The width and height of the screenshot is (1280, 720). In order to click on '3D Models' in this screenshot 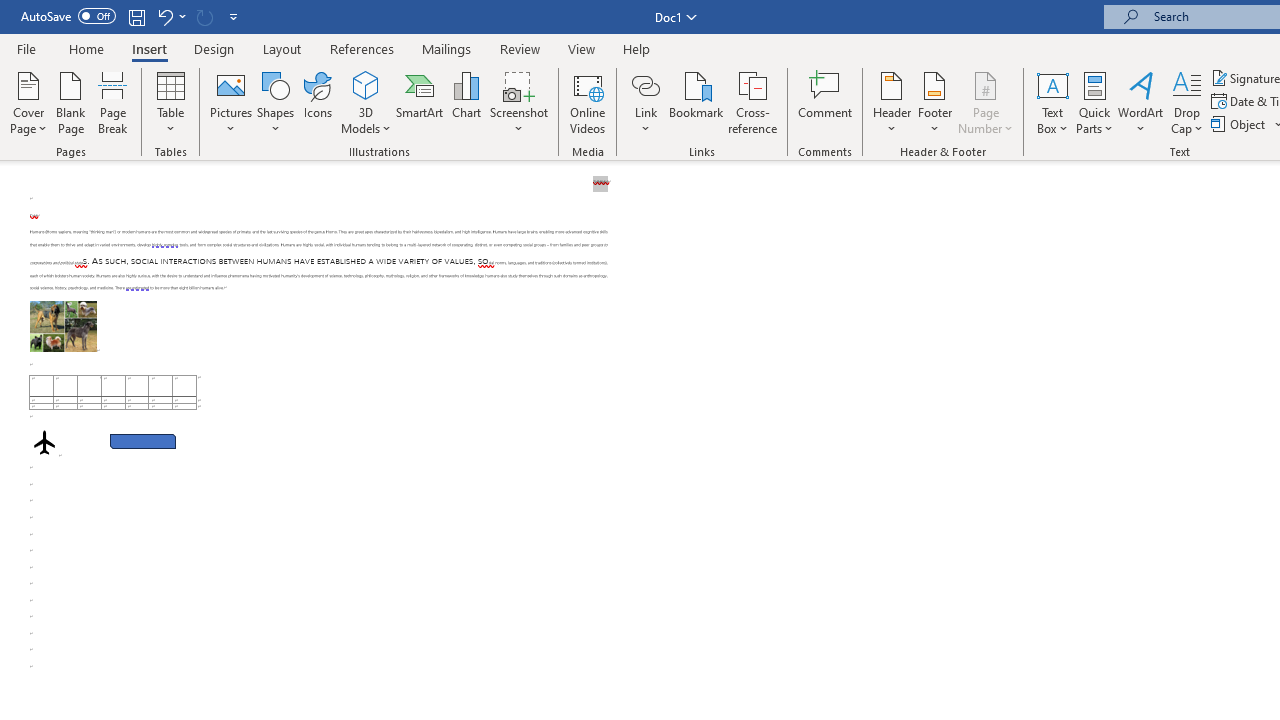, I will do `click(366, 103)`.